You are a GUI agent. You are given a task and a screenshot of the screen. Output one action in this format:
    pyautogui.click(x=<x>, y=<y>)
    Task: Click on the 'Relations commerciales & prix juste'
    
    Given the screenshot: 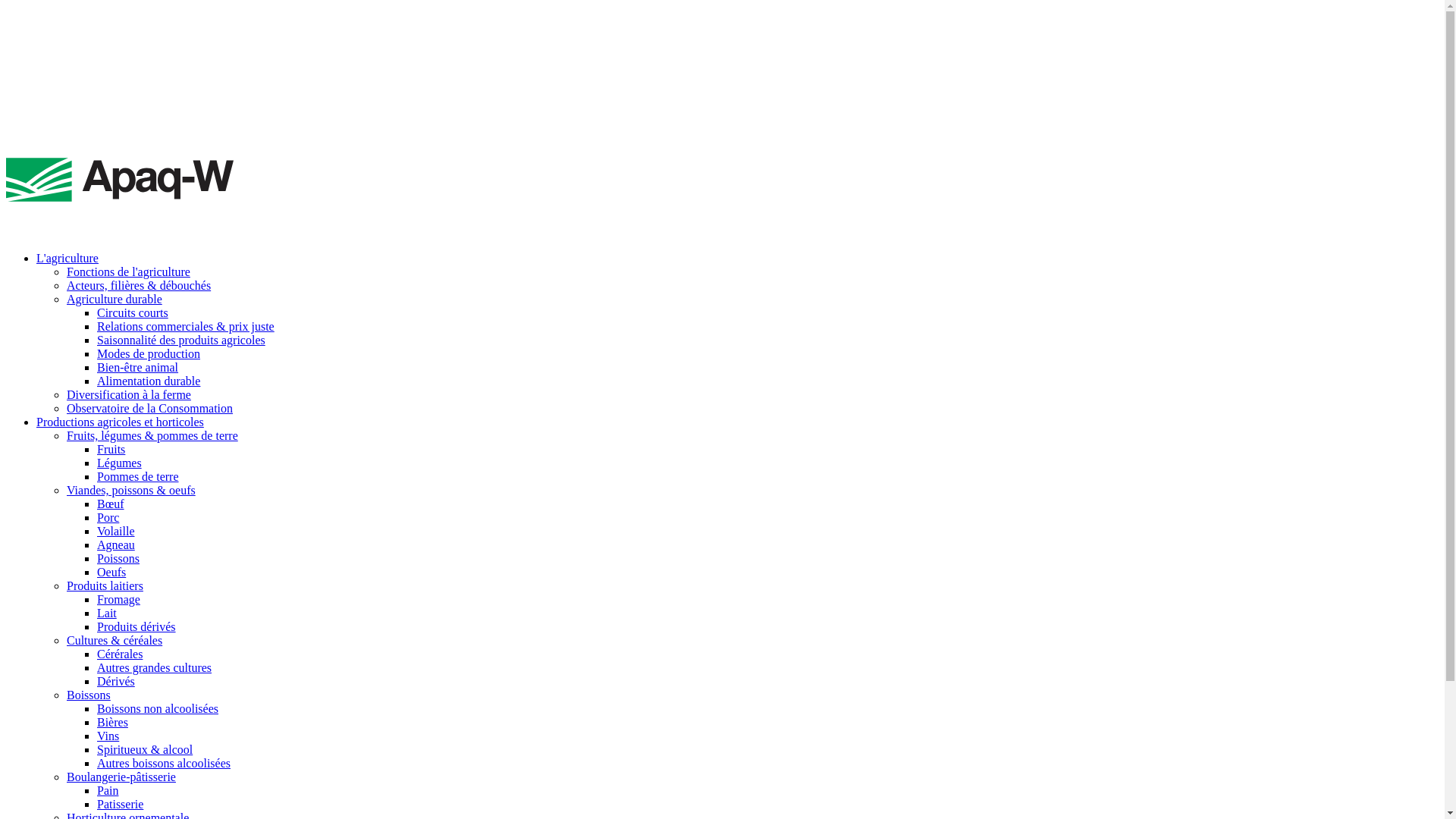 What is the action you would take?
    pyautogui.click(x=184, y=325)
    